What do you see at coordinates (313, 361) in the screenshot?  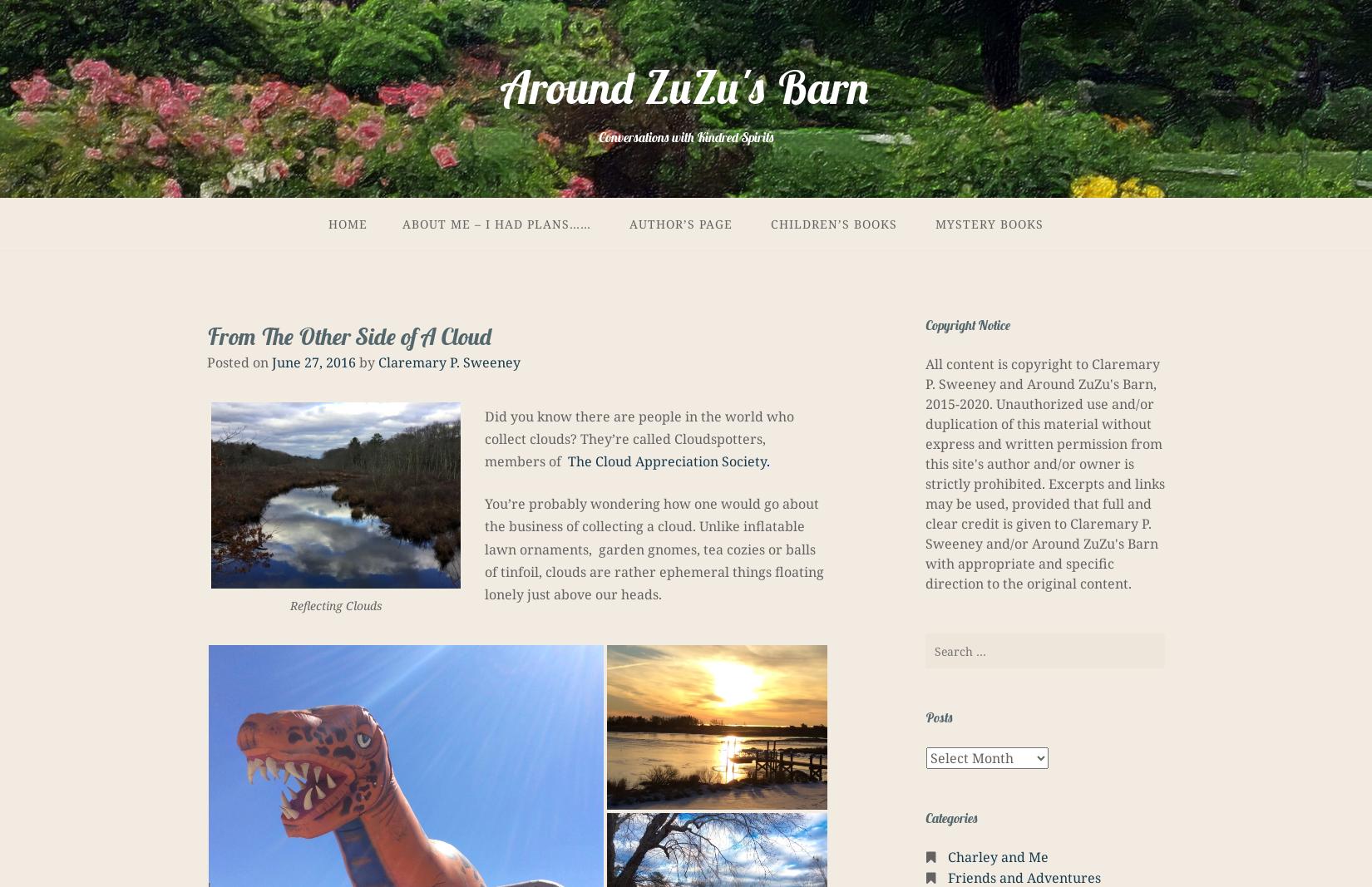 I see `'June 27, 2016'` at bounding box center [313, 361].